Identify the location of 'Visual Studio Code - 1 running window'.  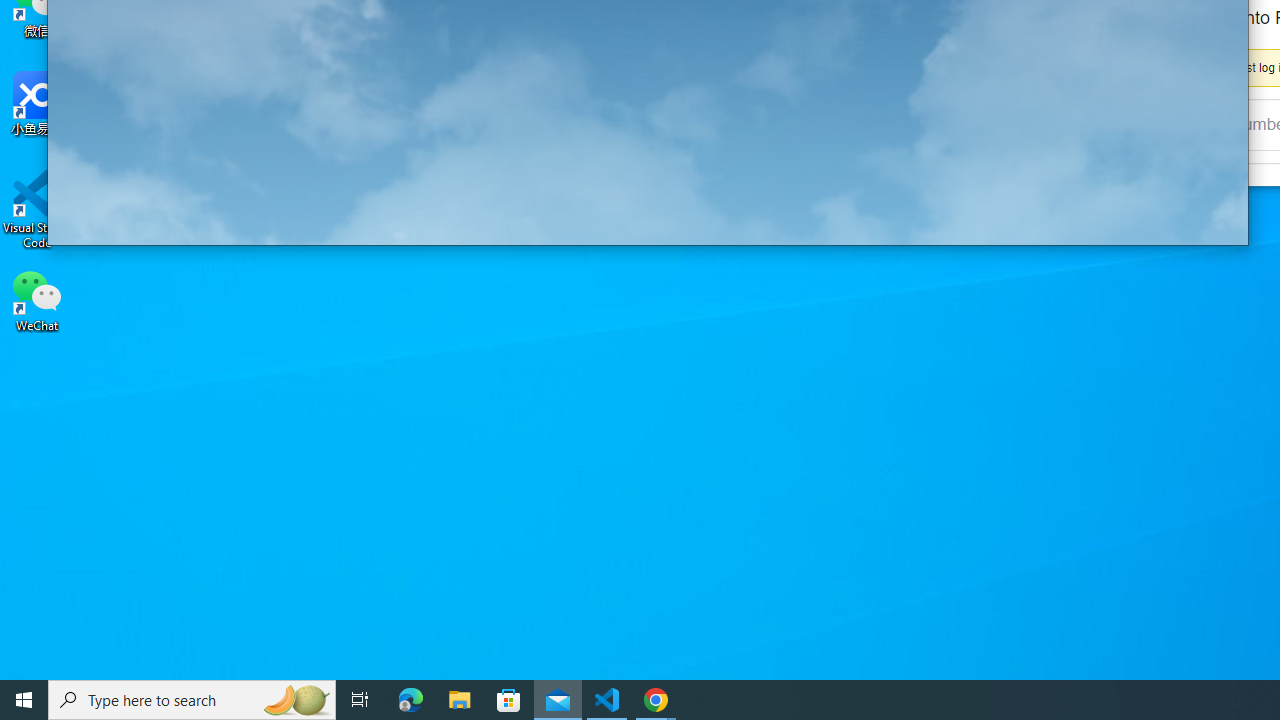
(606, 698).